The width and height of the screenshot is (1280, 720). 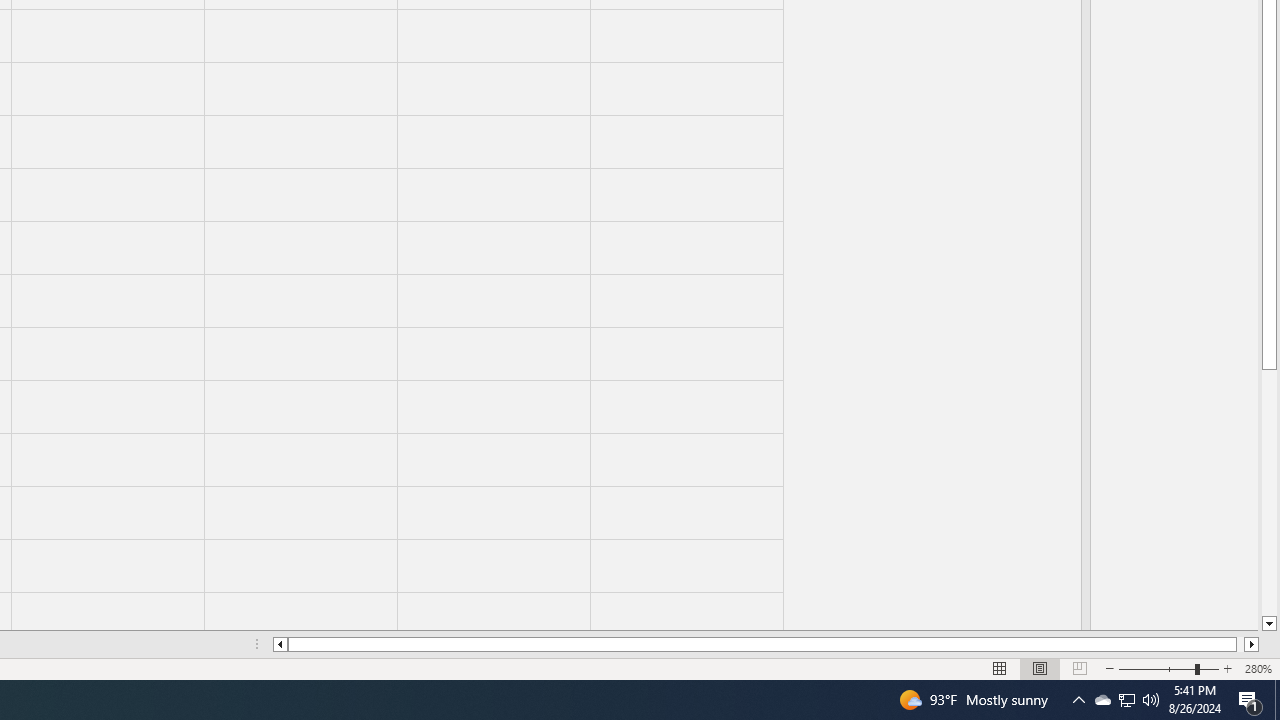 I want to click on 'Line down', so click(x=1268, y=623).